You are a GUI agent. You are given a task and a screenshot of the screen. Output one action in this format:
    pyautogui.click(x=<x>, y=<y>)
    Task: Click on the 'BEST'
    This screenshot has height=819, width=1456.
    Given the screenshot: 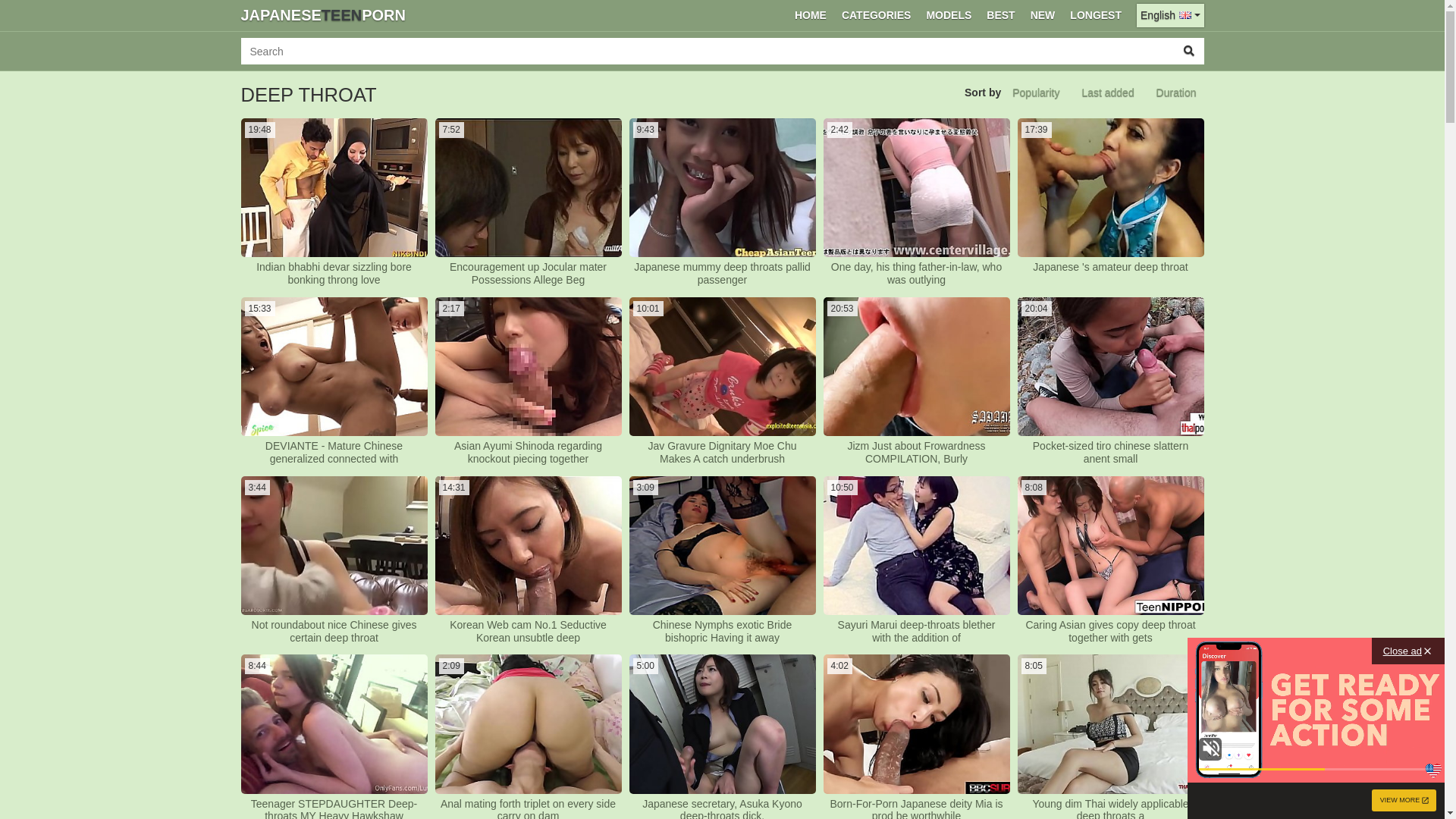 What is the action you would take?
    pyautogui.click(x=1000, y=15)
    